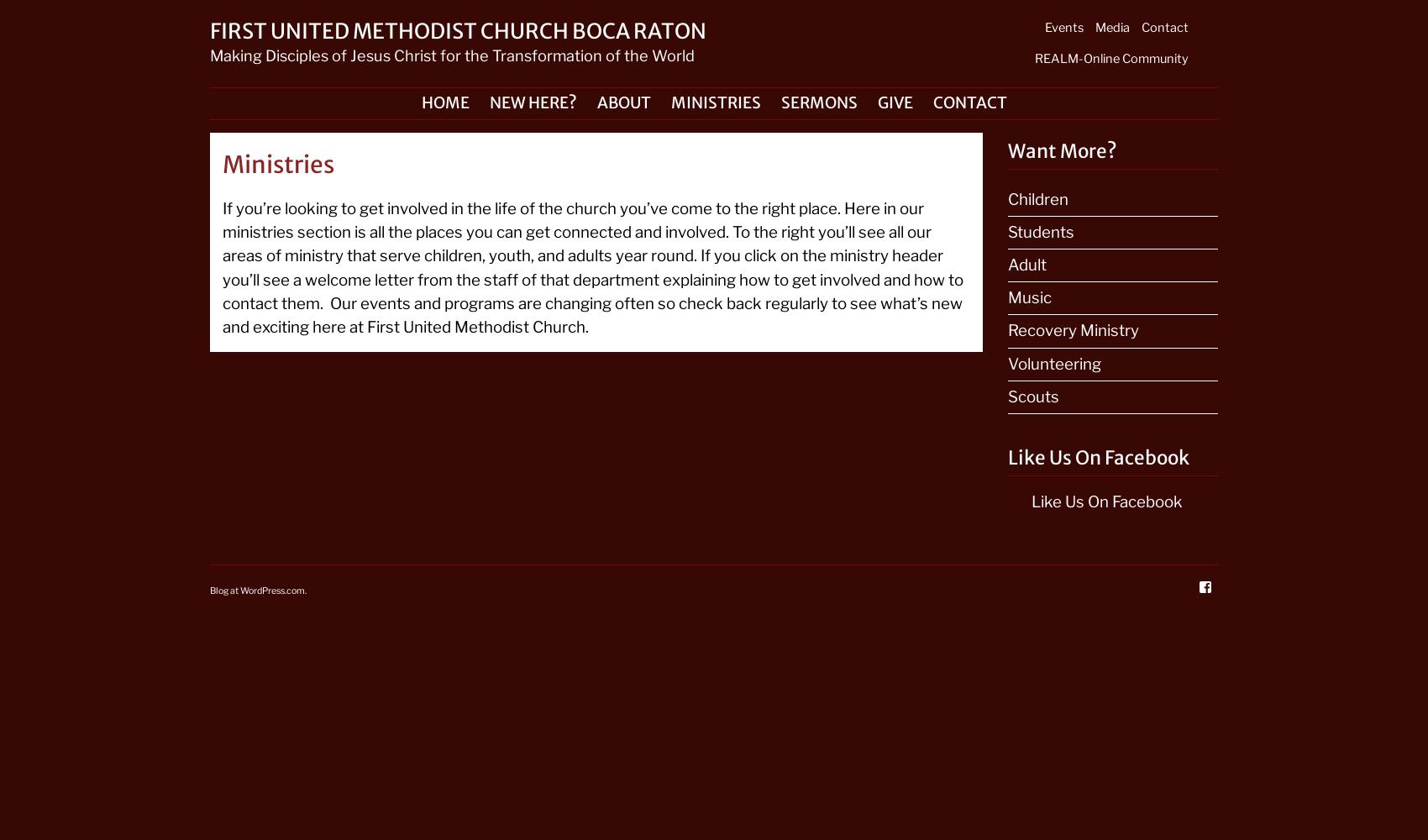 This screenshot has height=840, width=1428. What do you see at coordinates (1026, 264) in the screenshot?
I see `'Adult'` at bounding box center [1026, 264].